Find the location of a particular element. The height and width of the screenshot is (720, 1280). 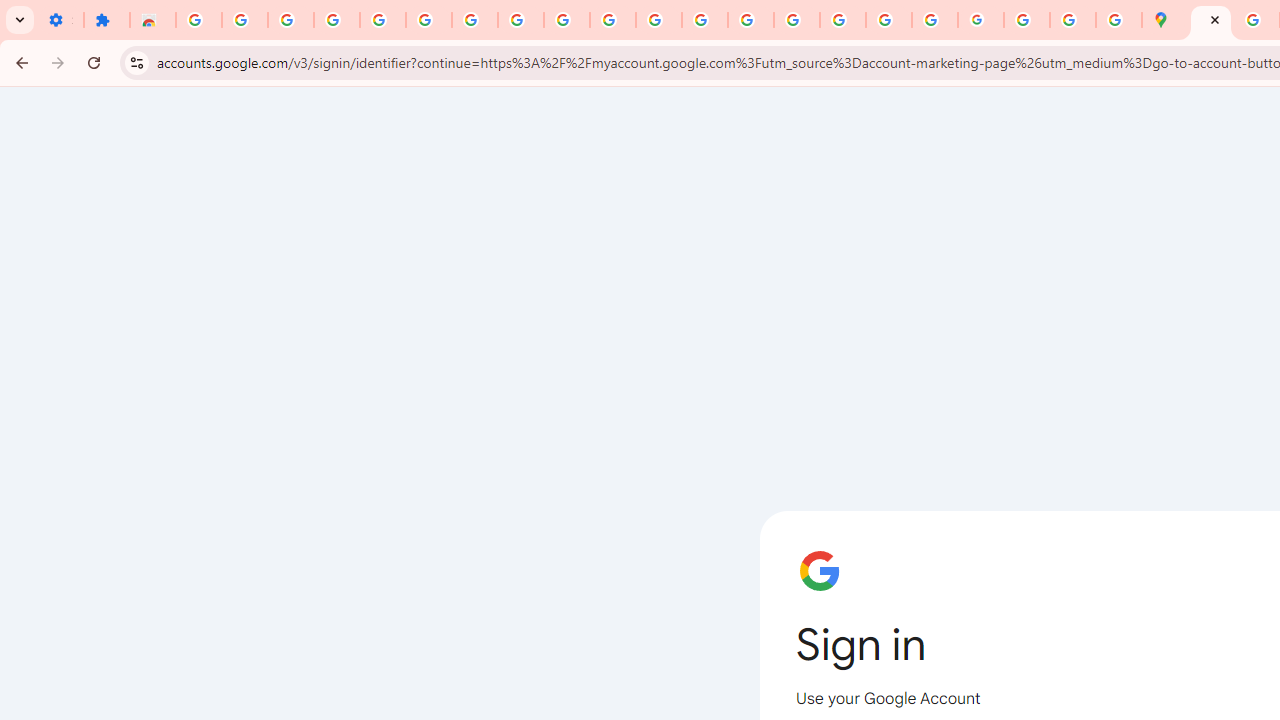

'Google Maps' is located at coordinates (1164, 20).